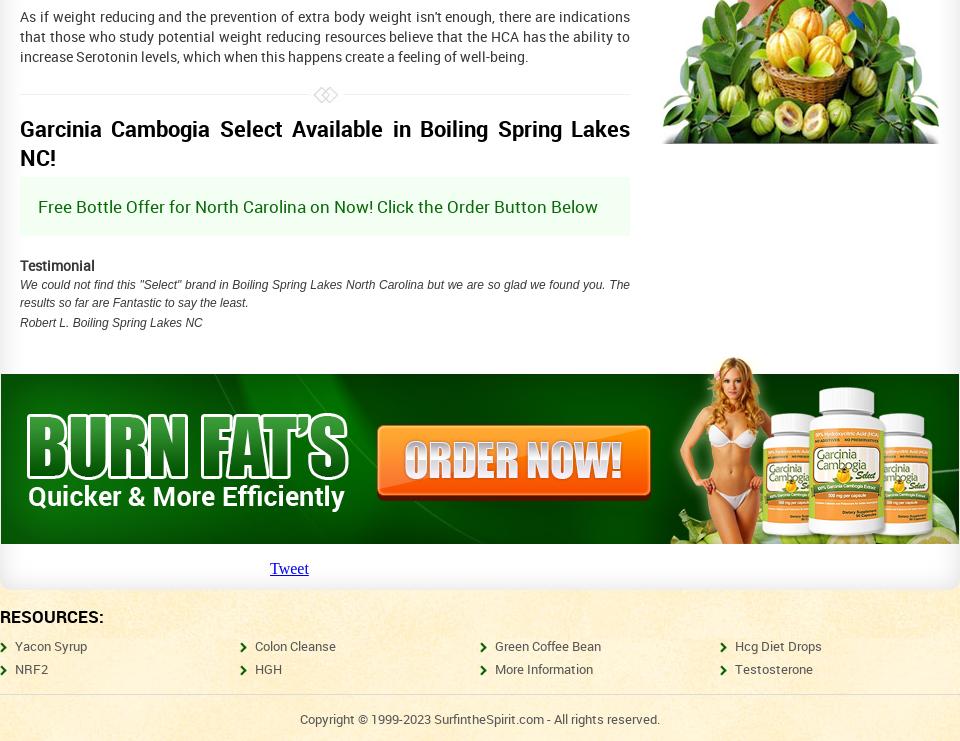 This screenshot has height=741, width=960. Describe the element at coordinates (110, 323) in the screenshot. I see `'Robert L. Boiling Spring Lakes NC'` at that location.